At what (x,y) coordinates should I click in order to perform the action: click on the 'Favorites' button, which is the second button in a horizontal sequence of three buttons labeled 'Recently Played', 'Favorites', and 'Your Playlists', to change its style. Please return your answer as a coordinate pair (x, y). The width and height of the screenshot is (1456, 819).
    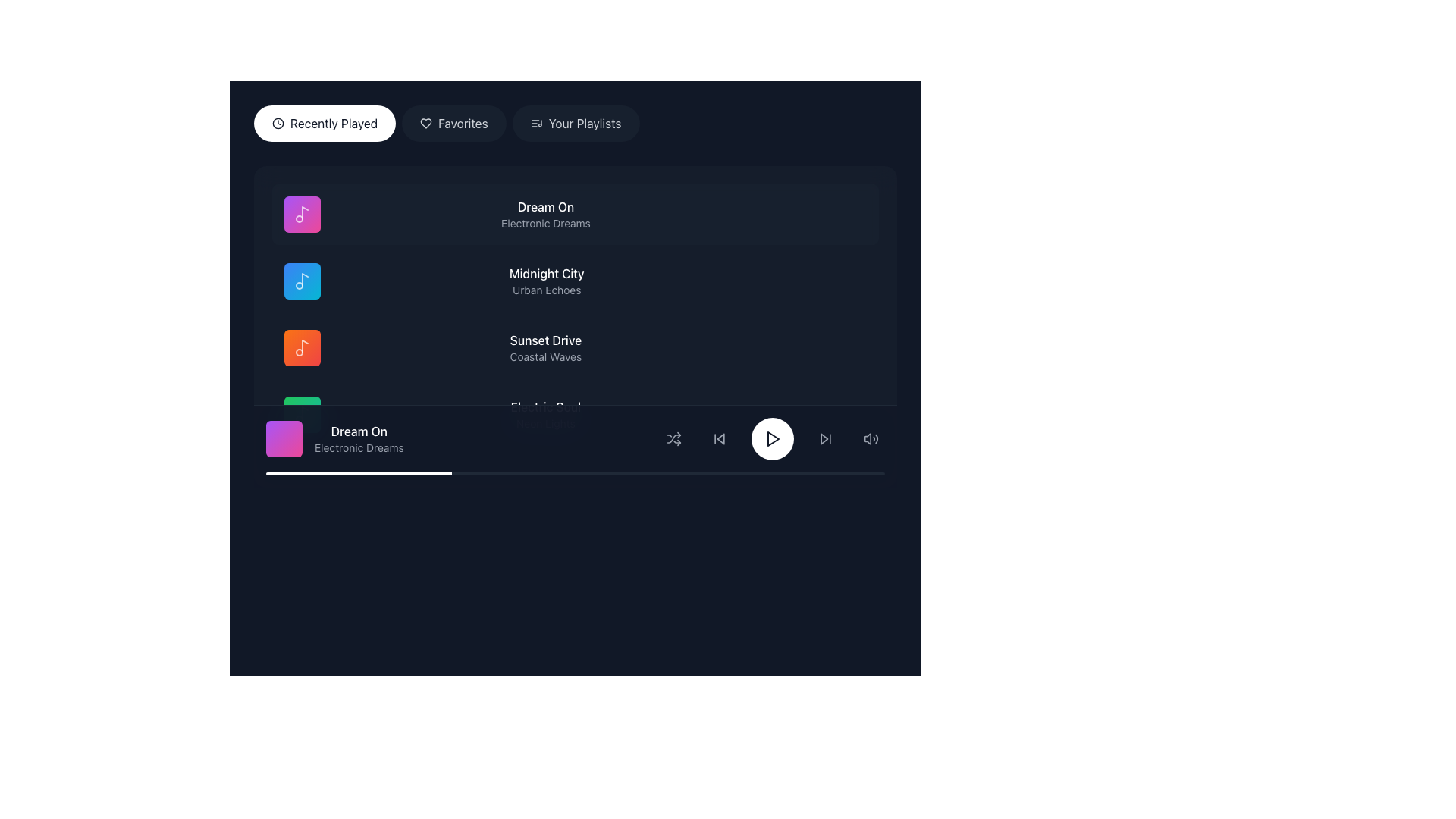
    Looking at the image, I should click on (453, 122).